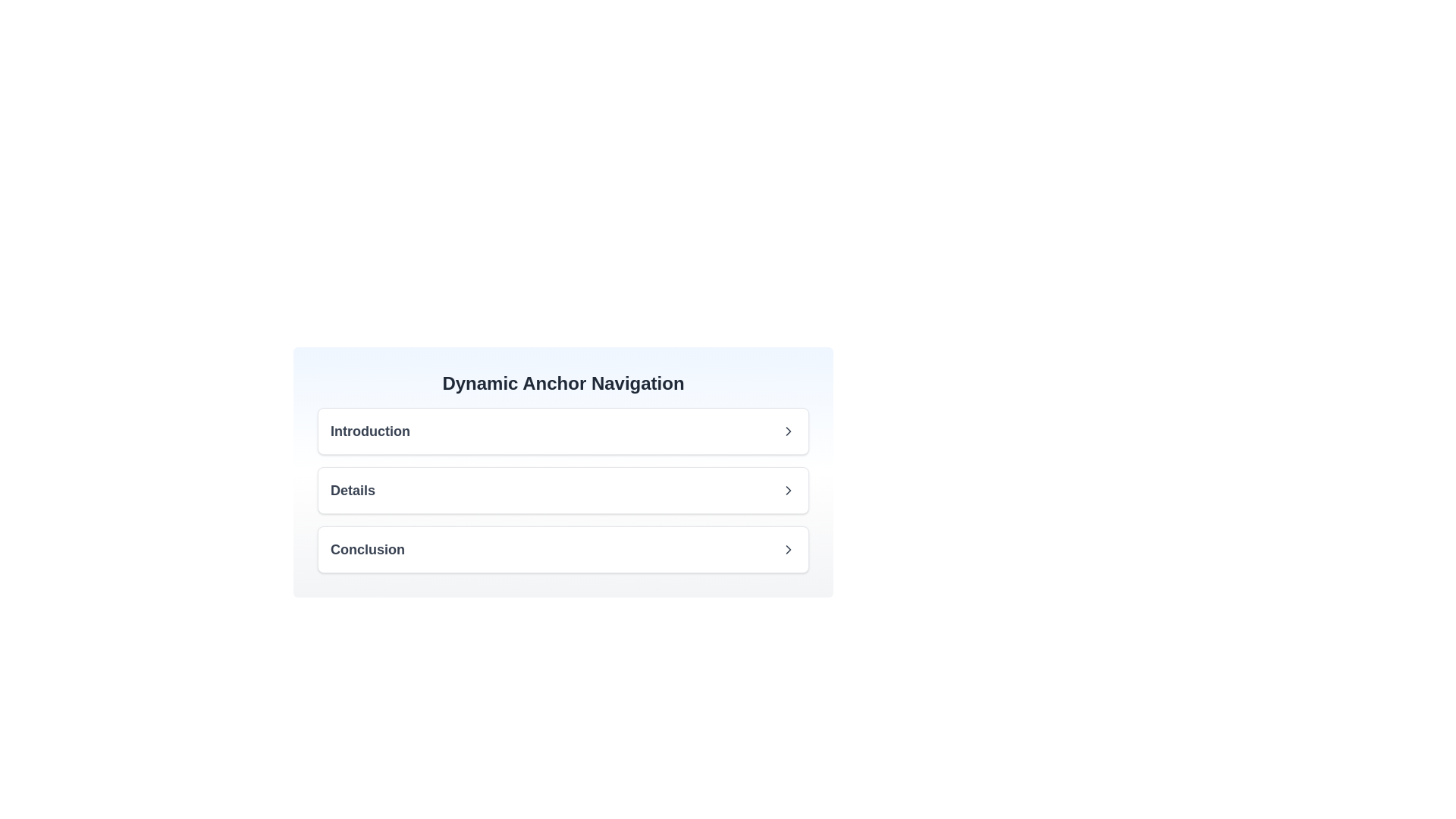  Describe the element at coordinates (789, 491) in the screenshot. I see `the right-facing chevron icon located to the right of the 'Details' text in the vertical menu` at that location.